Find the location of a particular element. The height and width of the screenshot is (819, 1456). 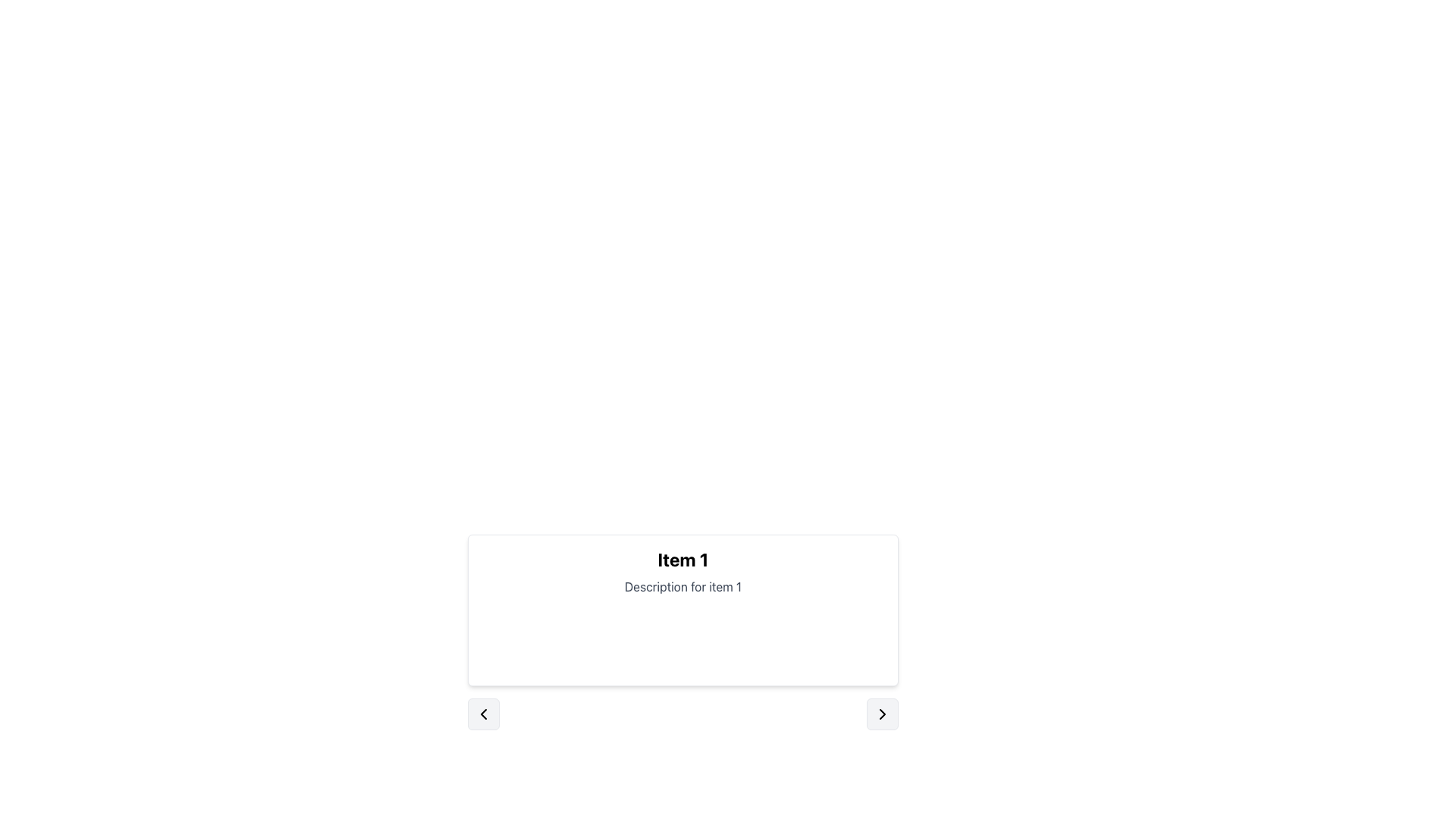

the rightward-pointing chevron button enclosed within a light gray rounded rectangular button to go to the next item is located at coordinates (882, 714).